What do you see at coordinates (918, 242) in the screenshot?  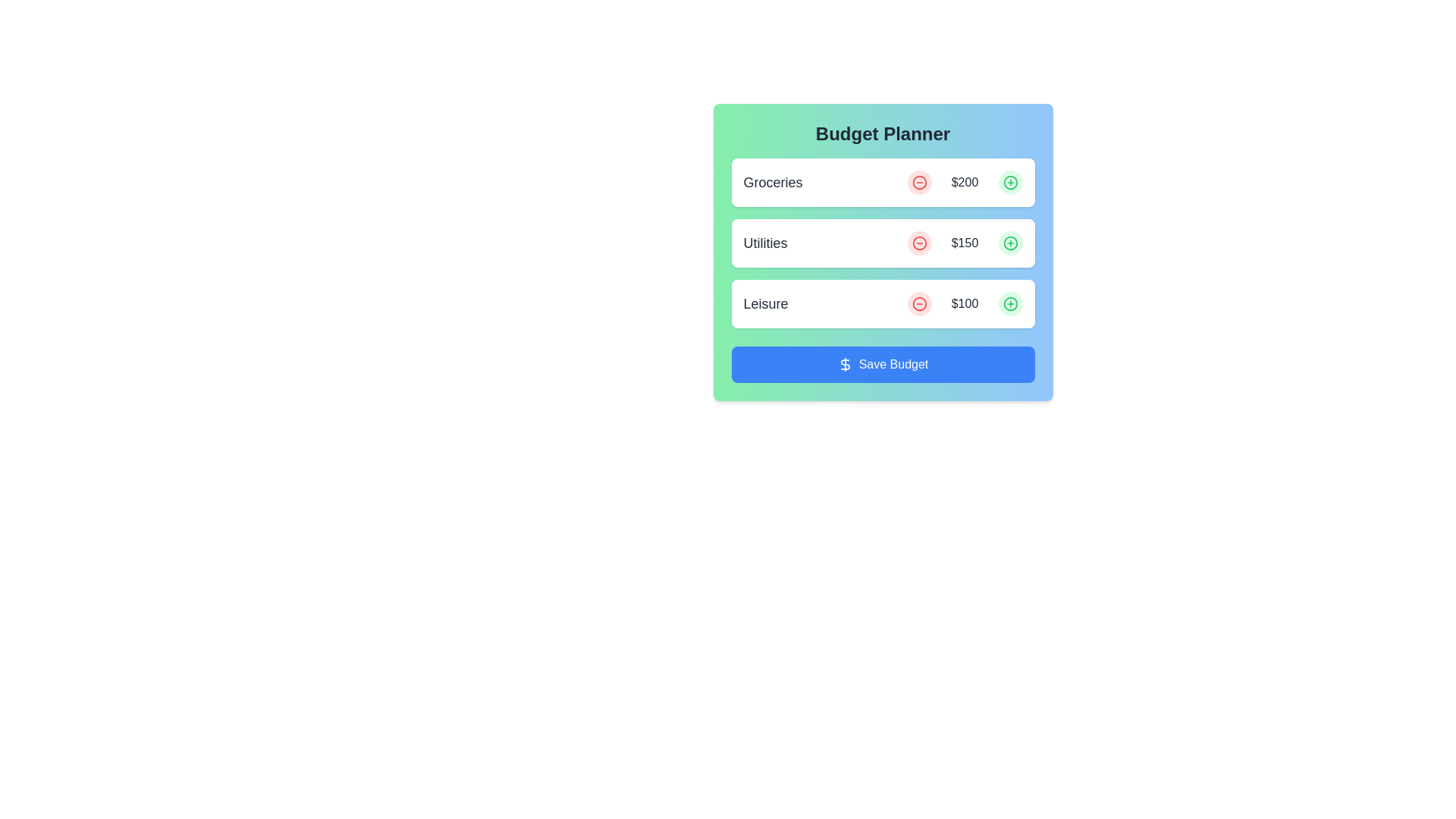 I see `the interactive circle icon for the subtraction action located in the 'Utilities' row, which is situated immediately to the left of the monetary value ($150)` at bounding box center [918, 242].